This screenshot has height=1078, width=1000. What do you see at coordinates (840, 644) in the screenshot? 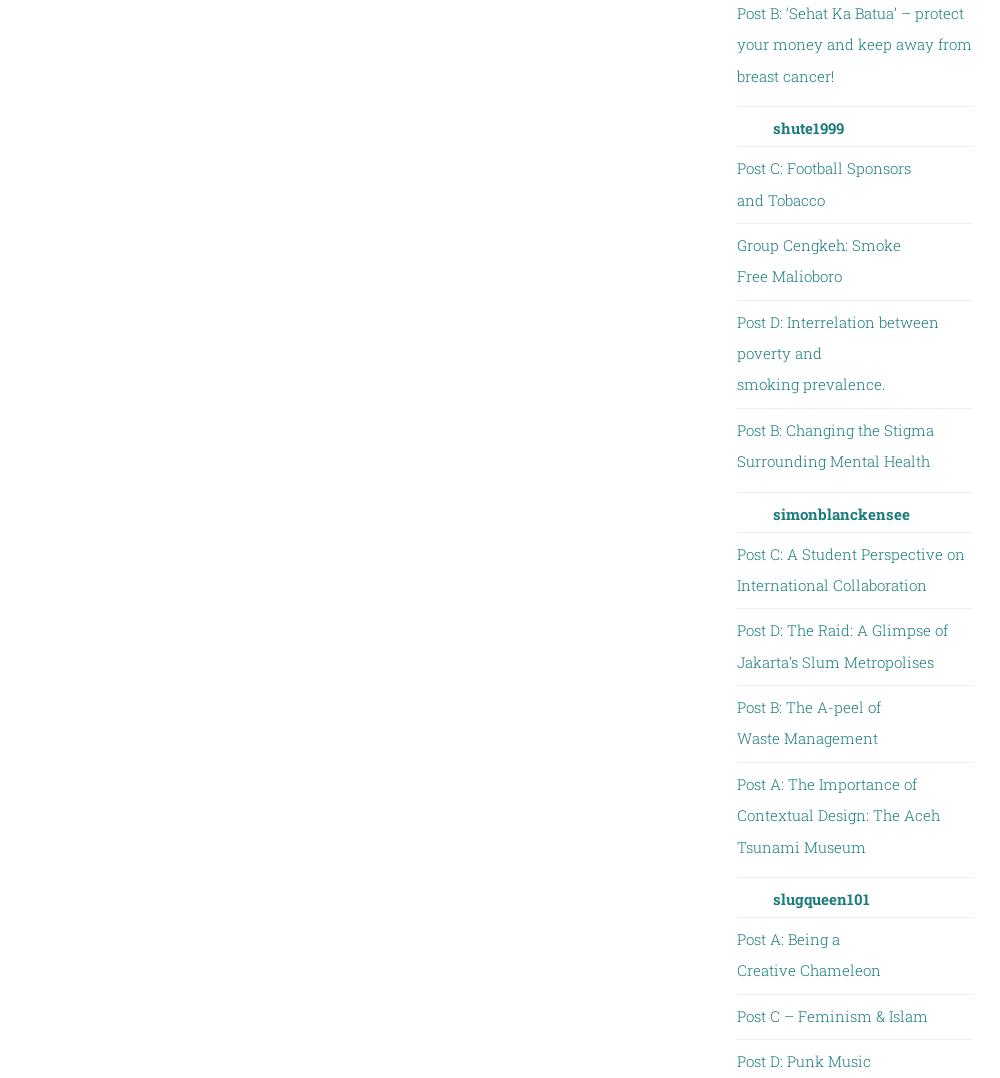
I see `'Post D: The Raid: A Glimpse of Jakarta’s Slum Metropolises'` at bounding box center [840, 644].